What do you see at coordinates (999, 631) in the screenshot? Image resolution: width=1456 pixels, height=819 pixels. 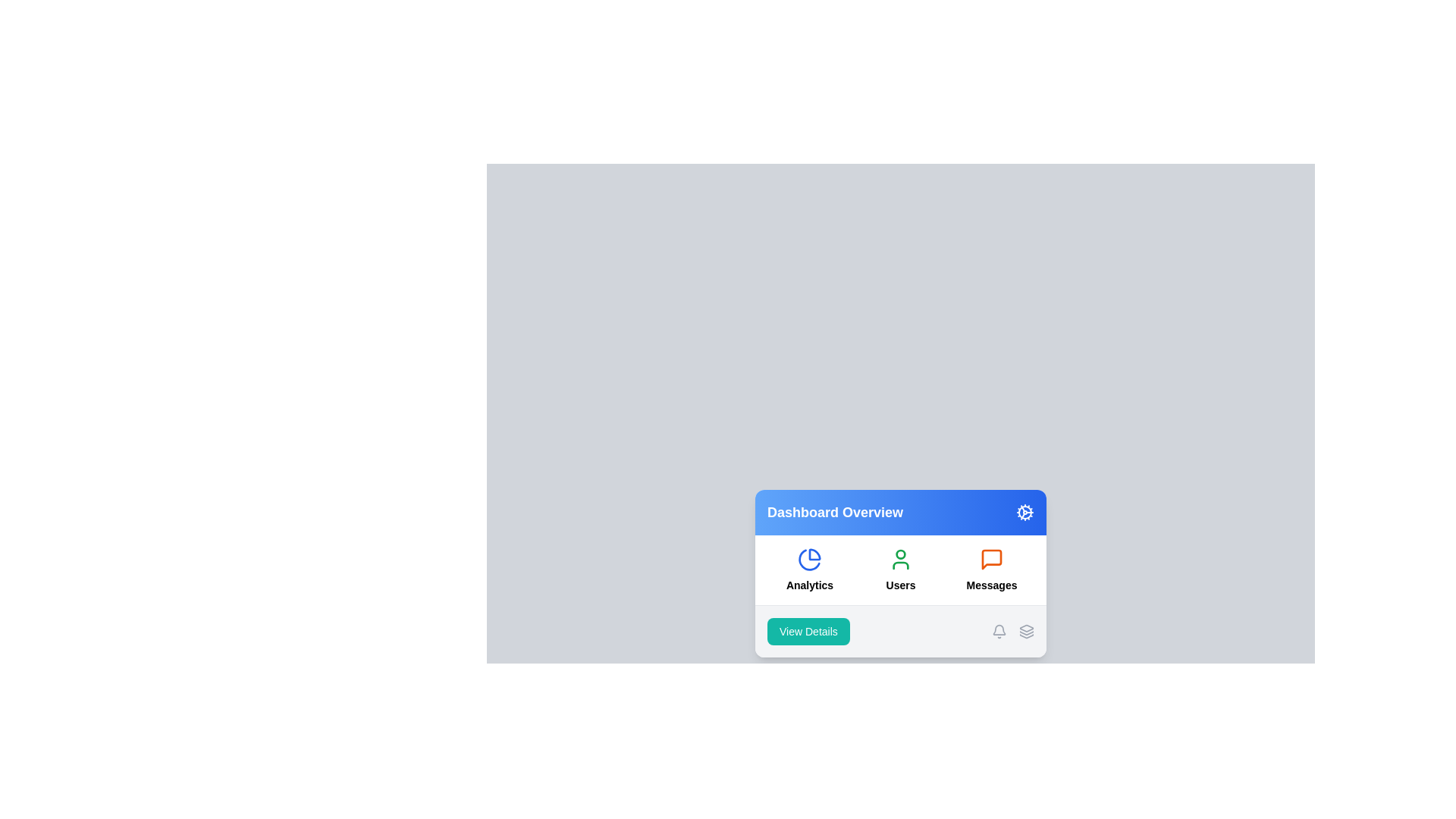 I see `the notification bell icon, which has a gray outline and a minimalistic design` at bounding box center [999, 631].